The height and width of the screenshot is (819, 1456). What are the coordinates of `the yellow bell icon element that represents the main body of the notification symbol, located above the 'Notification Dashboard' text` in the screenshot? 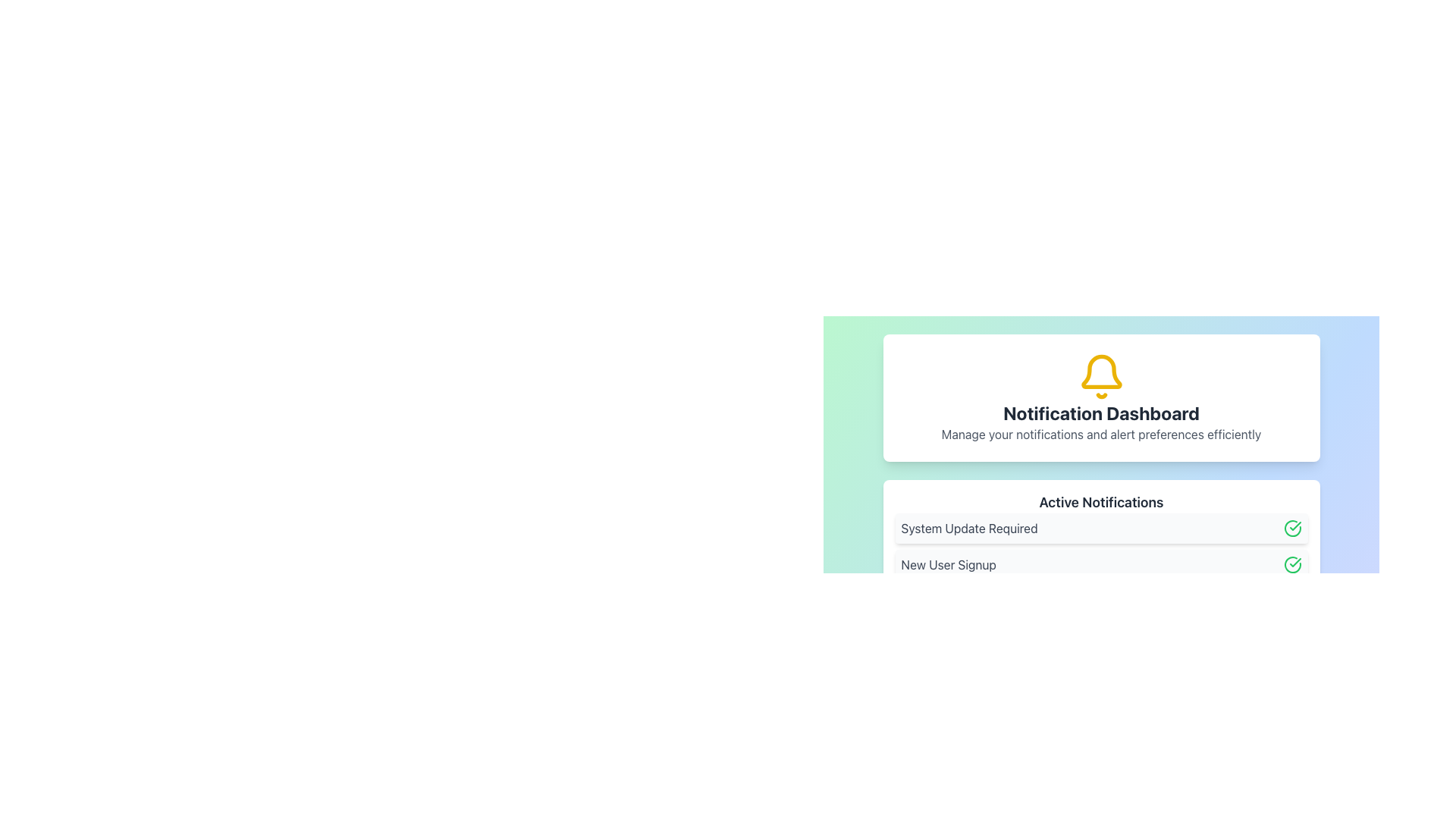 It's located at (1101, 372).